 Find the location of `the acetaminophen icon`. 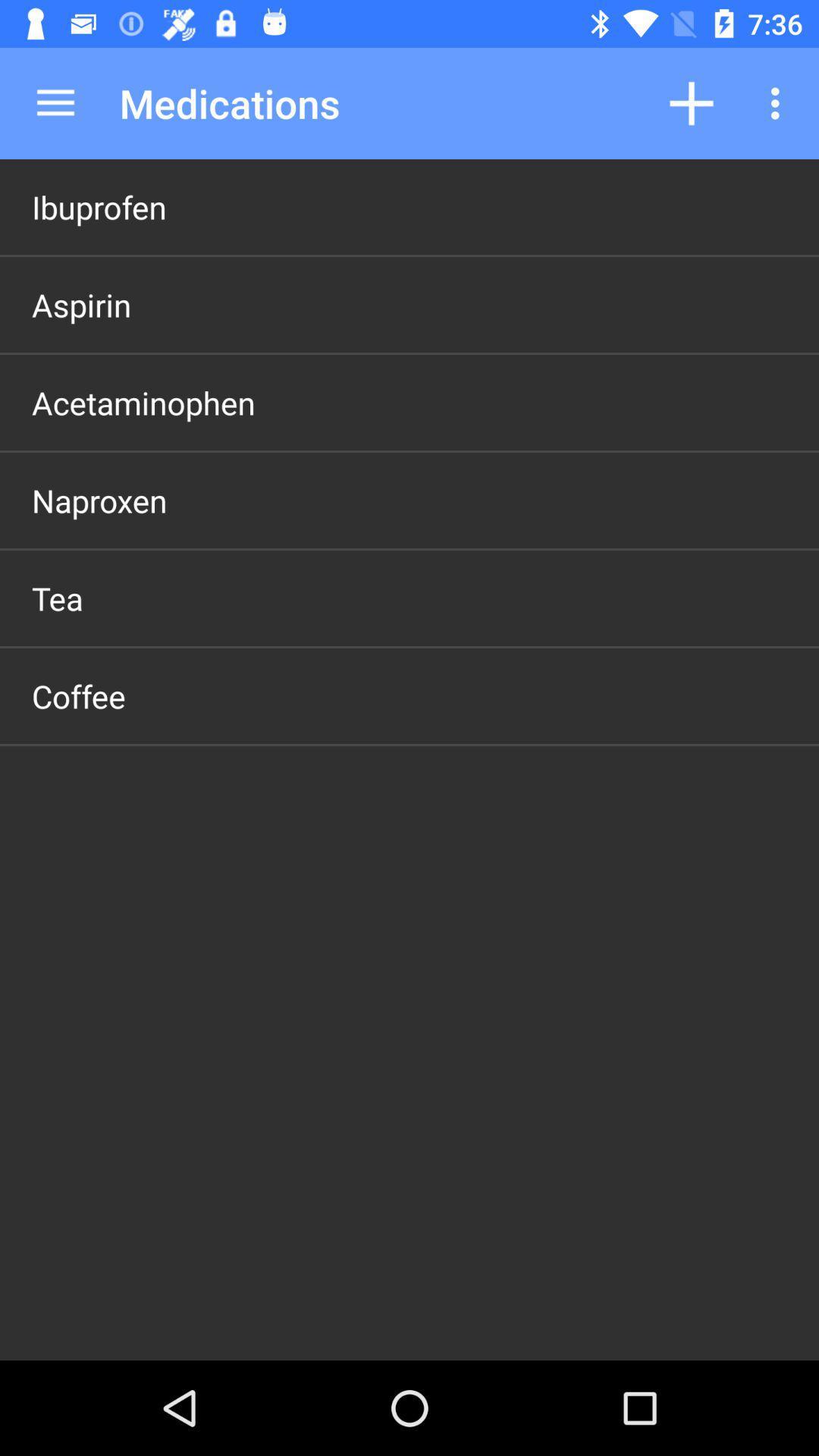

the acetaminophen icon is located at coordinates (143, 403).